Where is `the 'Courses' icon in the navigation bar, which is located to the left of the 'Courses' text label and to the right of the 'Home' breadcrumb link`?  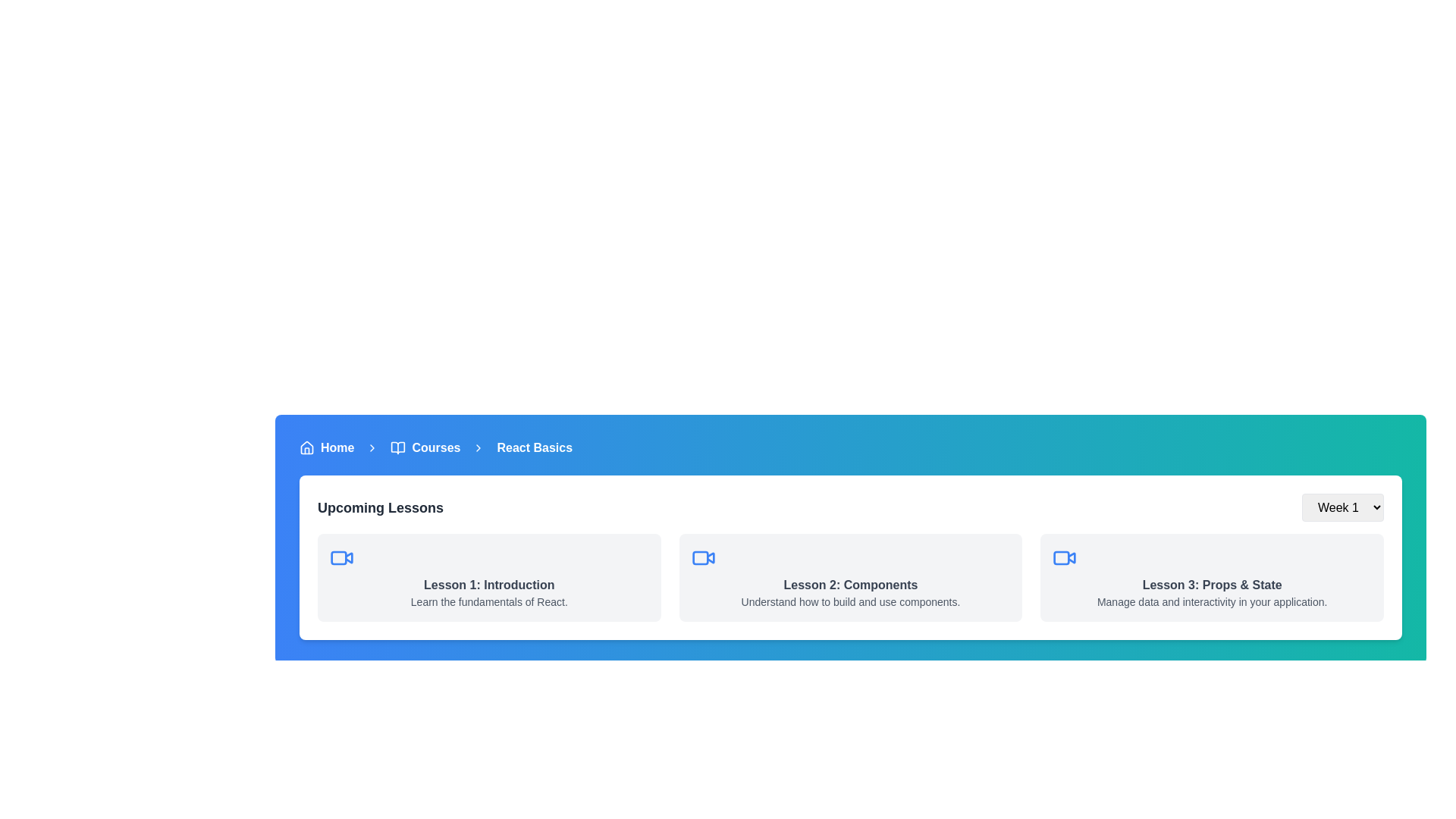
the 'Courses' icon in the navigation bar, which is located to the left of the 'Courses' text label and to the right of the 'Home' breadcrumb link is located at coordinates (398, 447).